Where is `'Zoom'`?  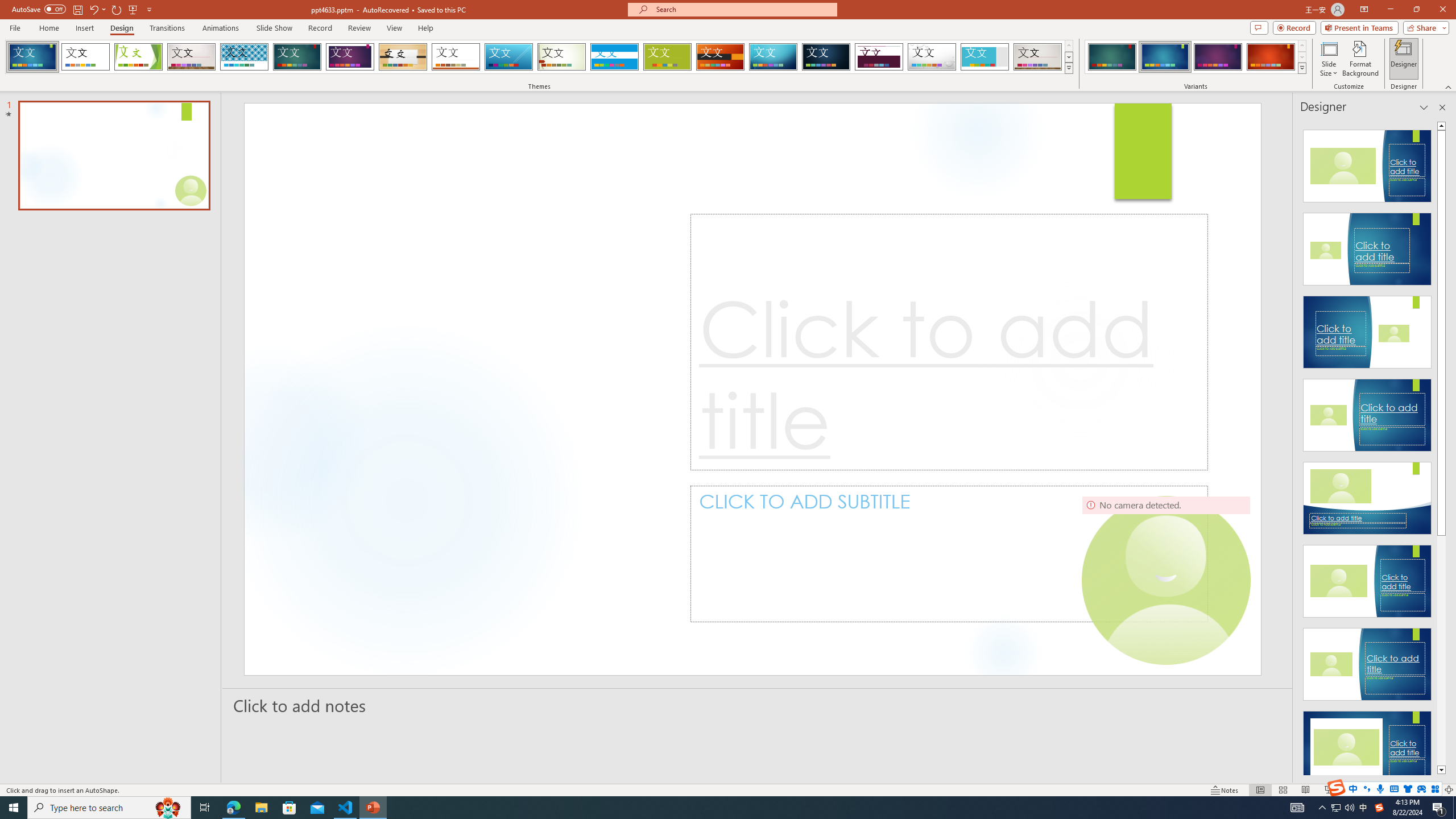 'Zoom' is located at coordinates (1379, 790).